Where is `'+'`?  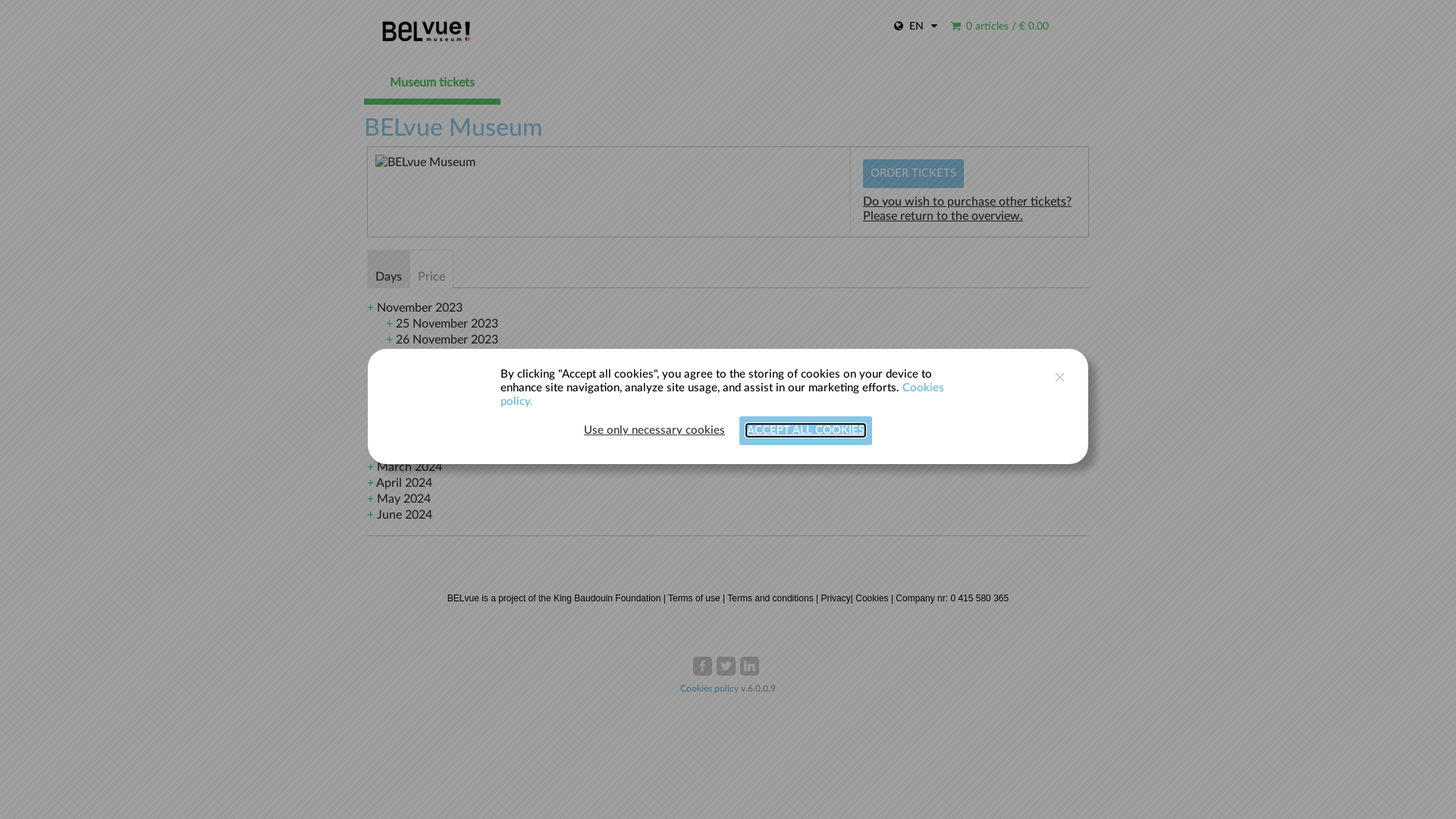
'+' is located at coordinates (389, 403).